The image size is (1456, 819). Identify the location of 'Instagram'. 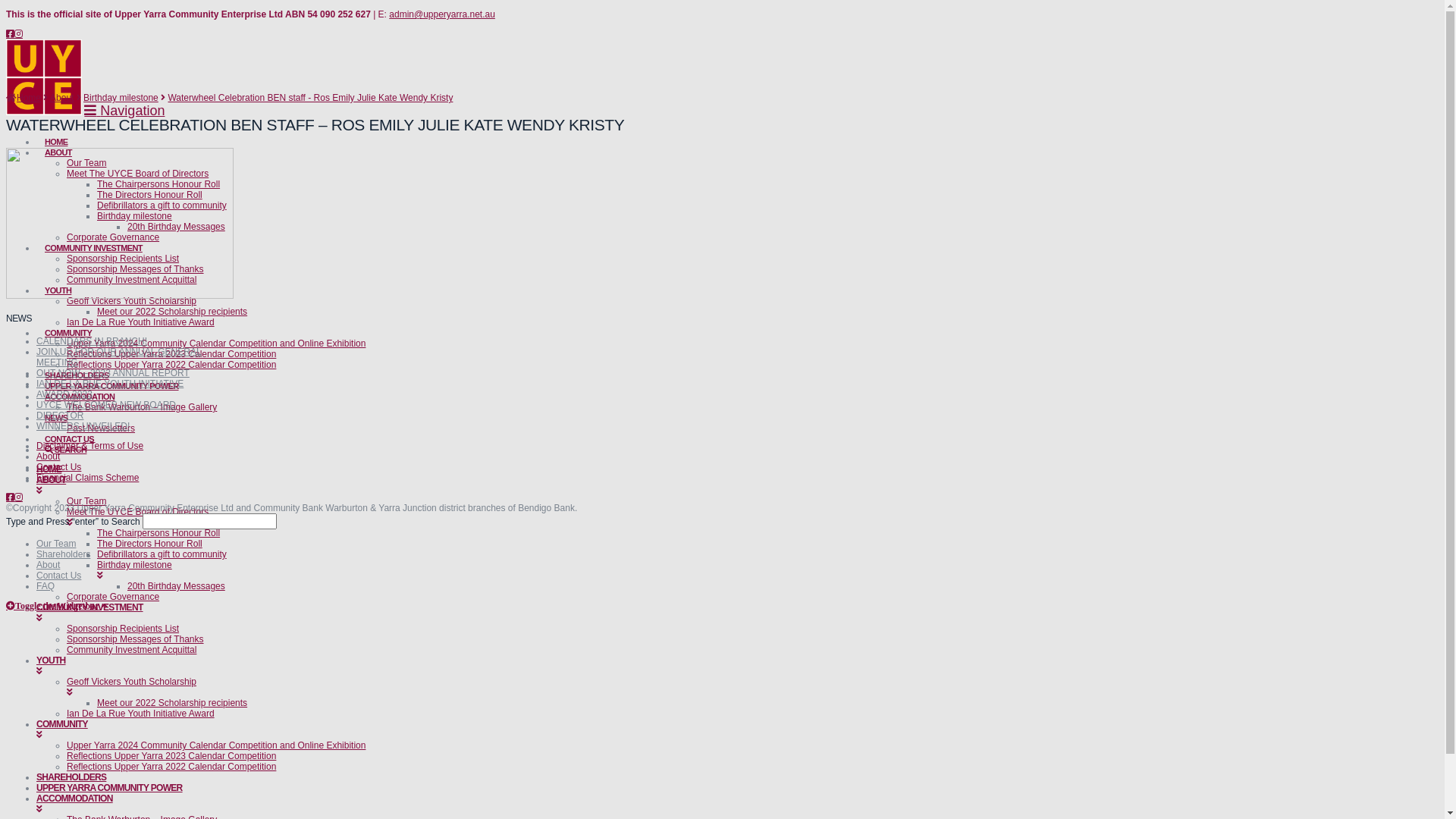
(18, 497).